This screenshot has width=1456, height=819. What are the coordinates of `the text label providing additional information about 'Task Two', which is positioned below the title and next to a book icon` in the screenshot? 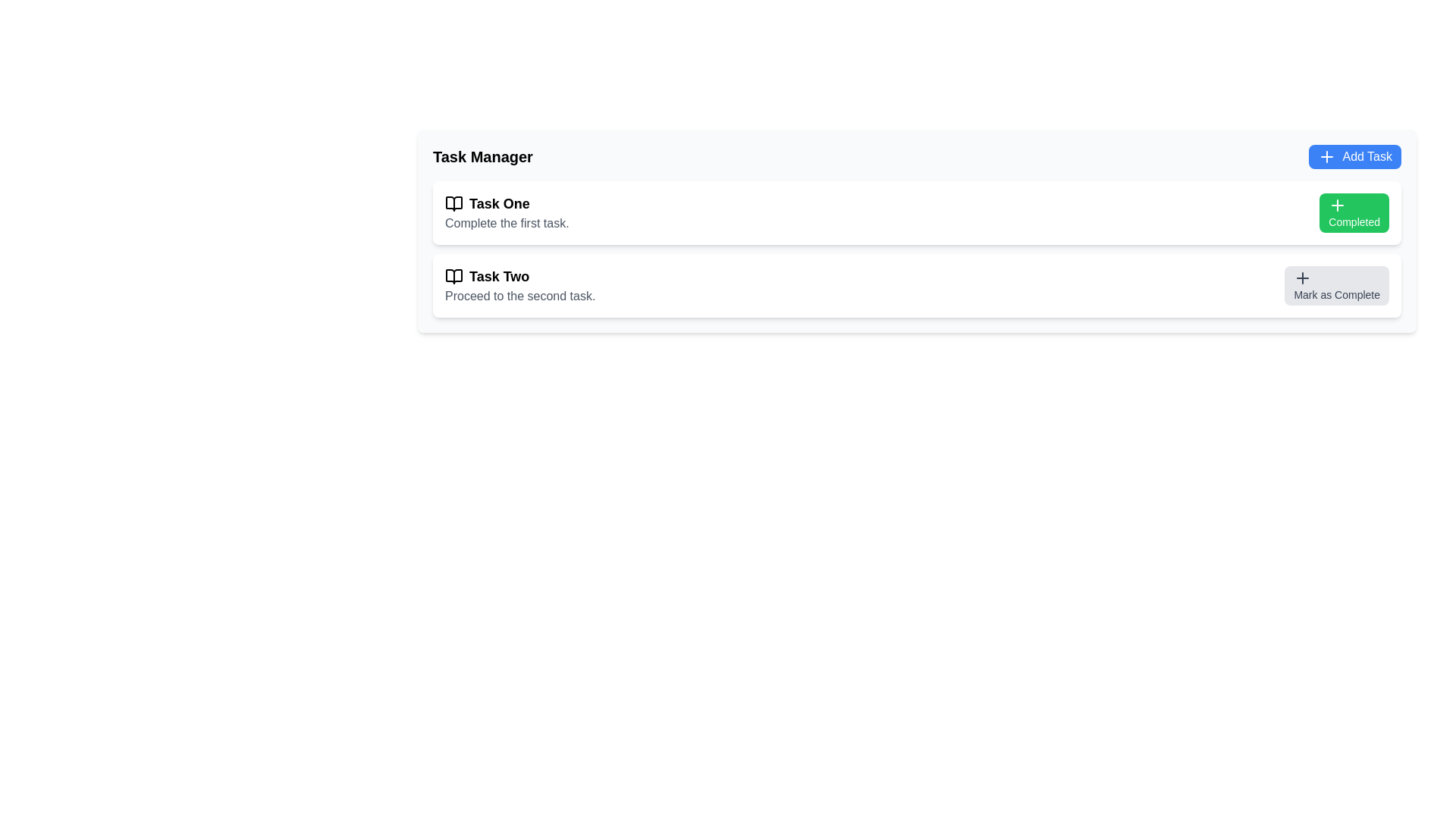 It's located at (520, 296).